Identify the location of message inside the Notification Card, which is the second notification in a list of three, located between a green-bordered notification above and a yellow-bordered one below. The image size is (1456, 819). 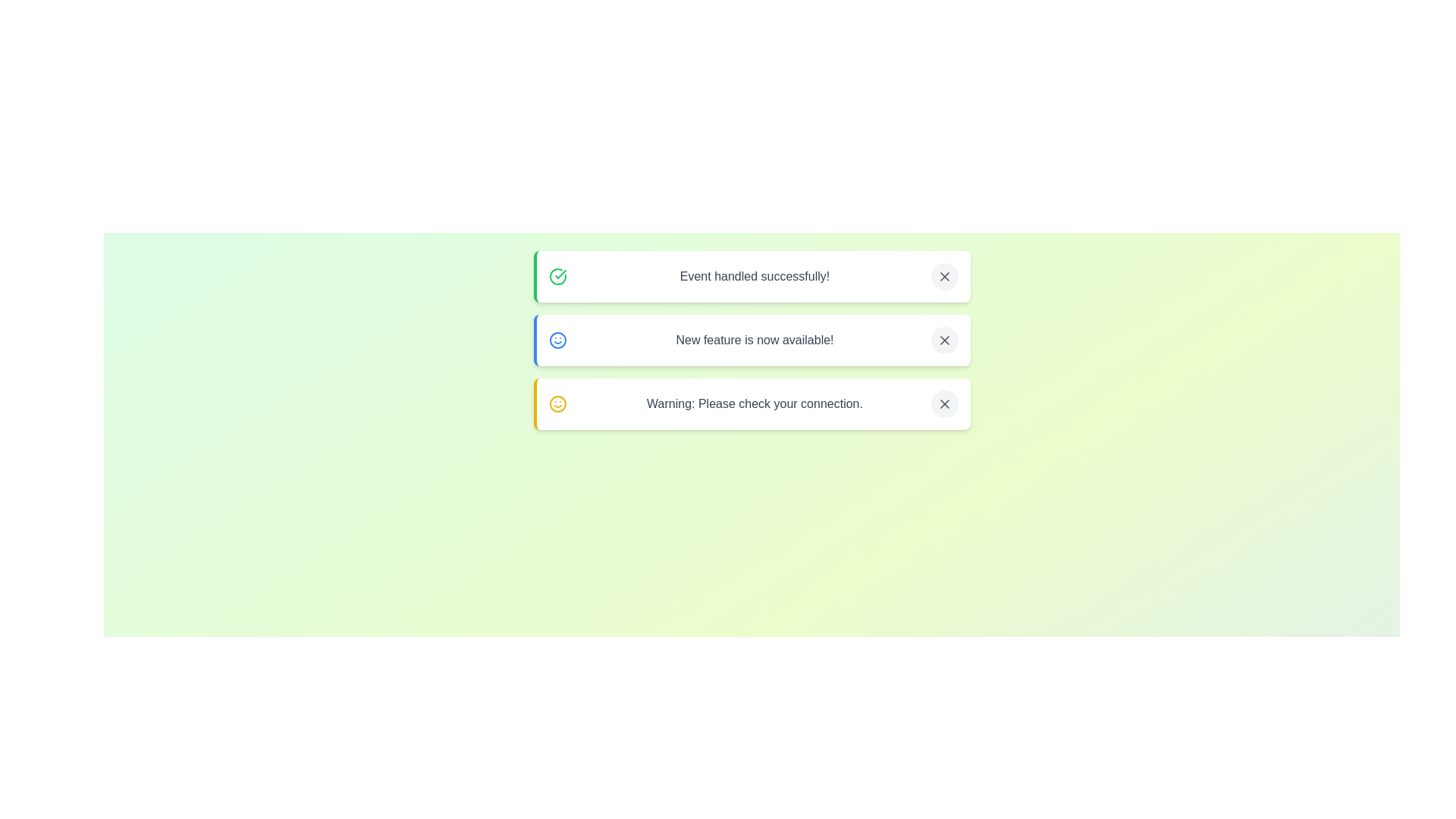
(752, 339).